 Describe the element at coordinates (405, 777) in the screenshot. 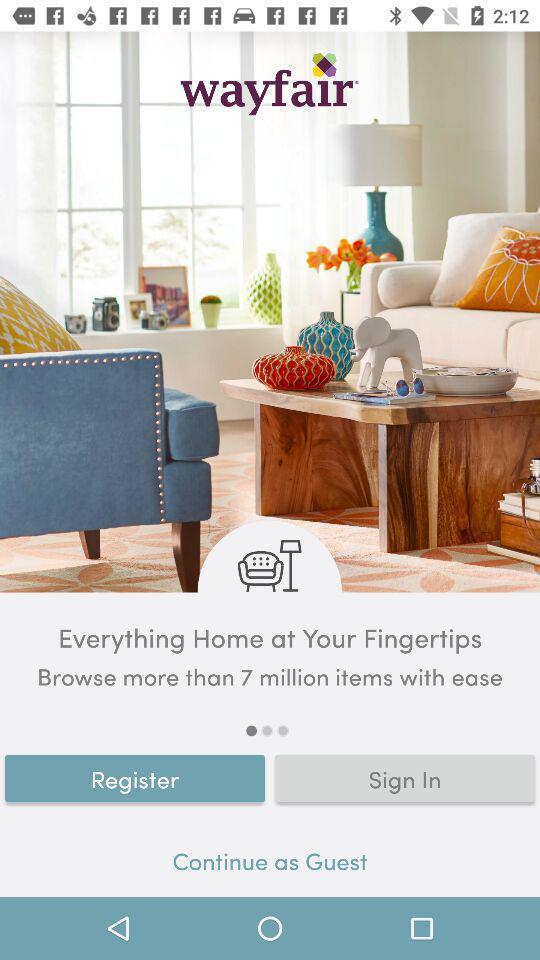

I see `the item next to the register item` at that location.